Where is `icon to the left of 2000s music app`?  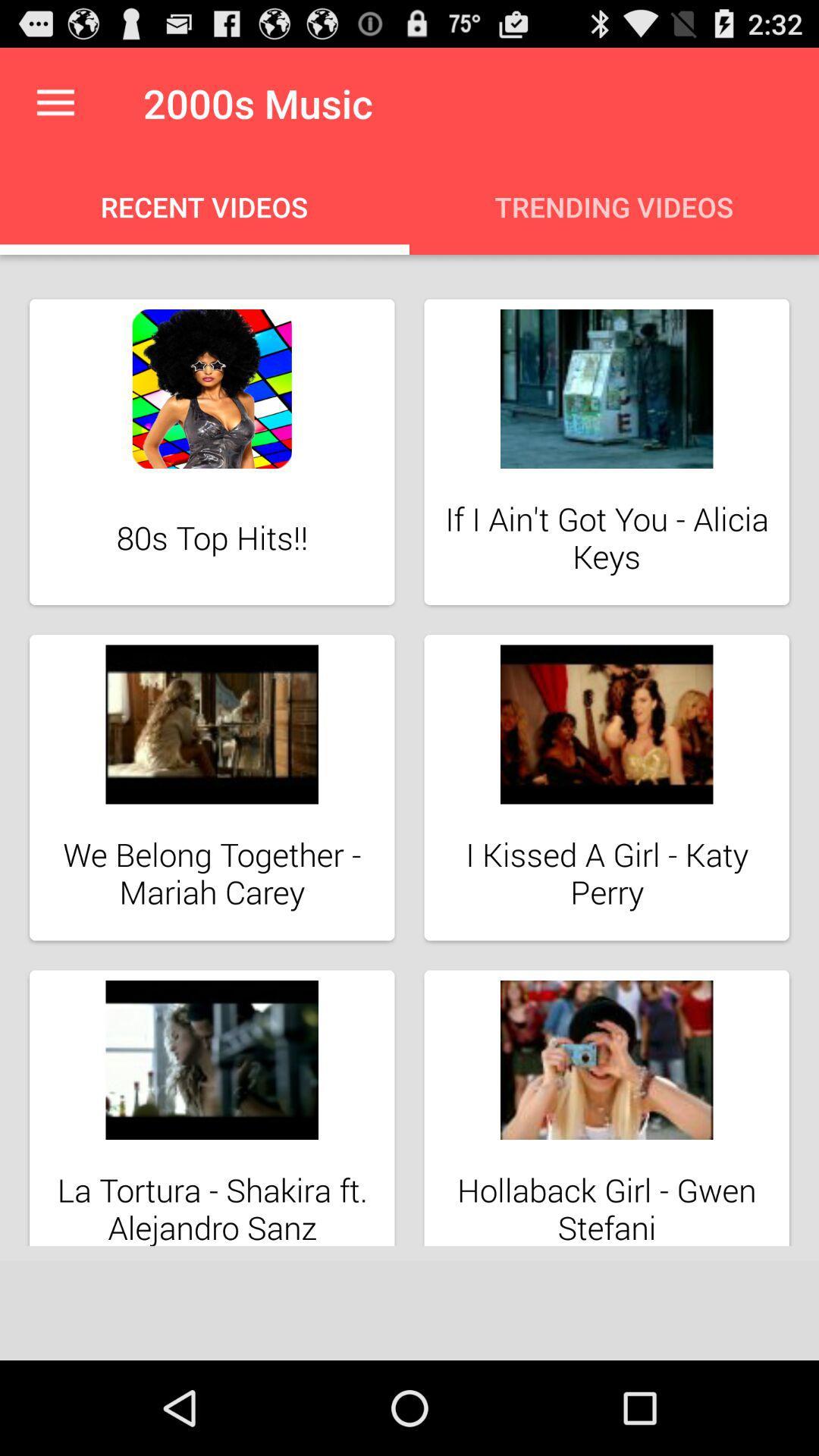
icon to the left of 2000s music app is located at coordinates (55, 102).